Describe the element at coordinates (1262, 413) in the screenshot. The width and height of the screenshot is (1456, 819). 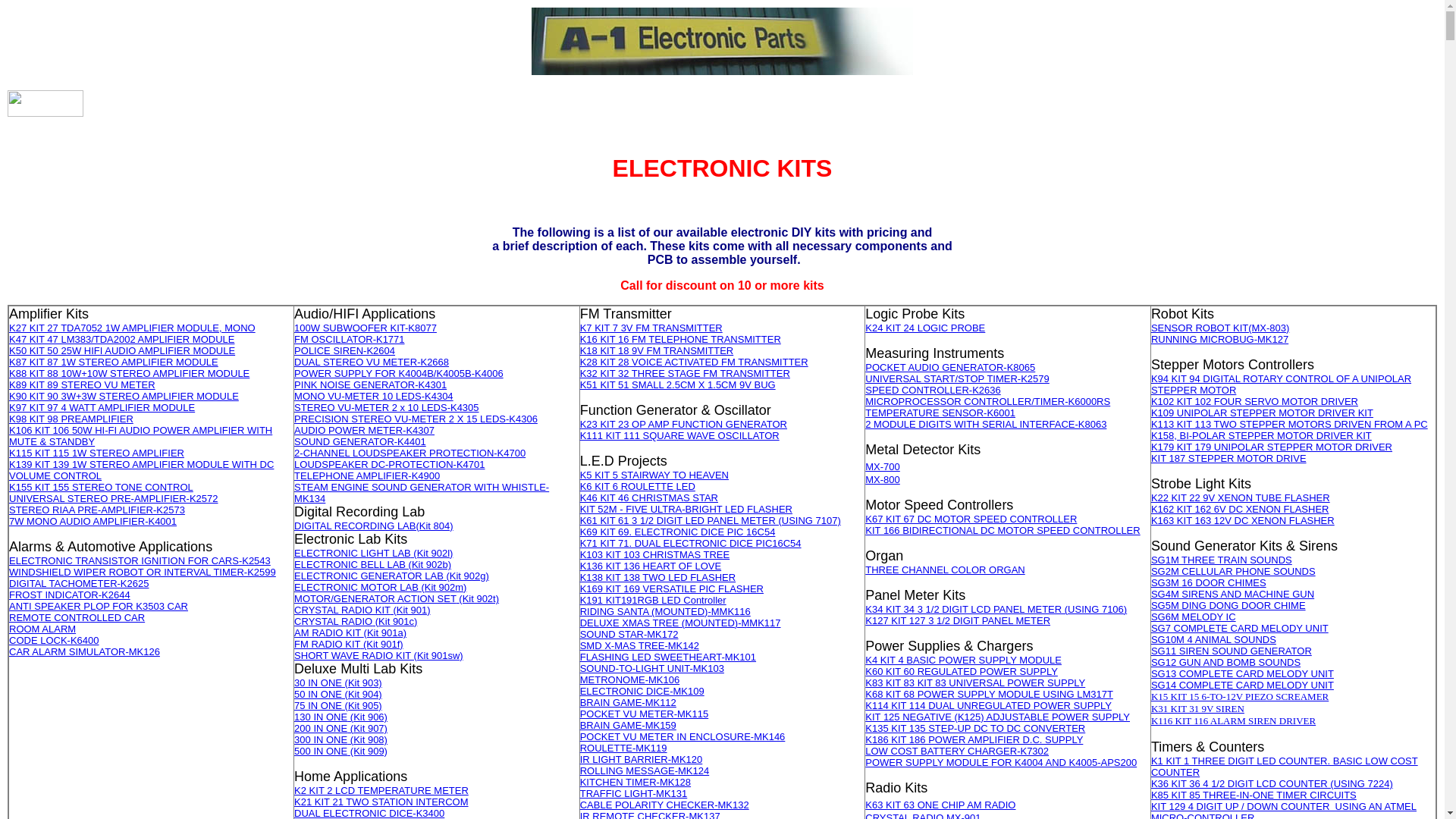
I see `'K109 UNIPOLAR STEPPER MOTOR DRIVER KIT'` at that location.